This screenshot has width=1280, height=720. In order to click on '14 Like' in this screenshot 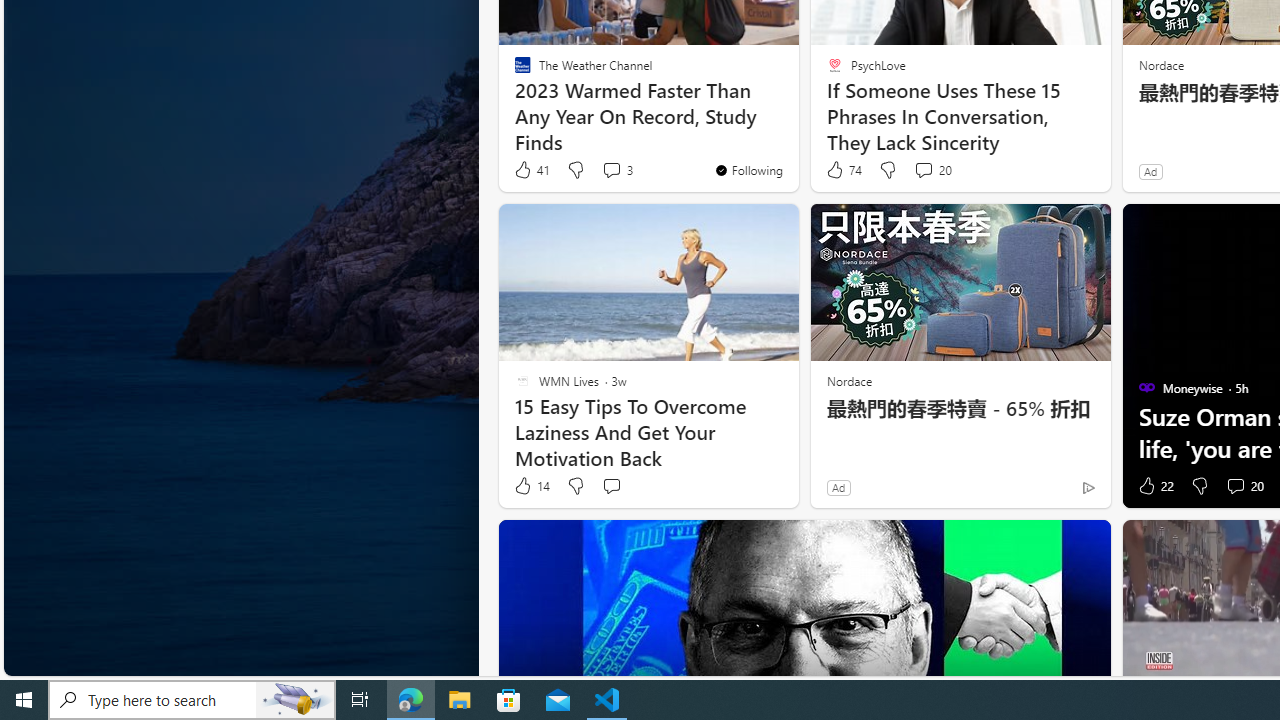, I will do `click(531, 486)`.